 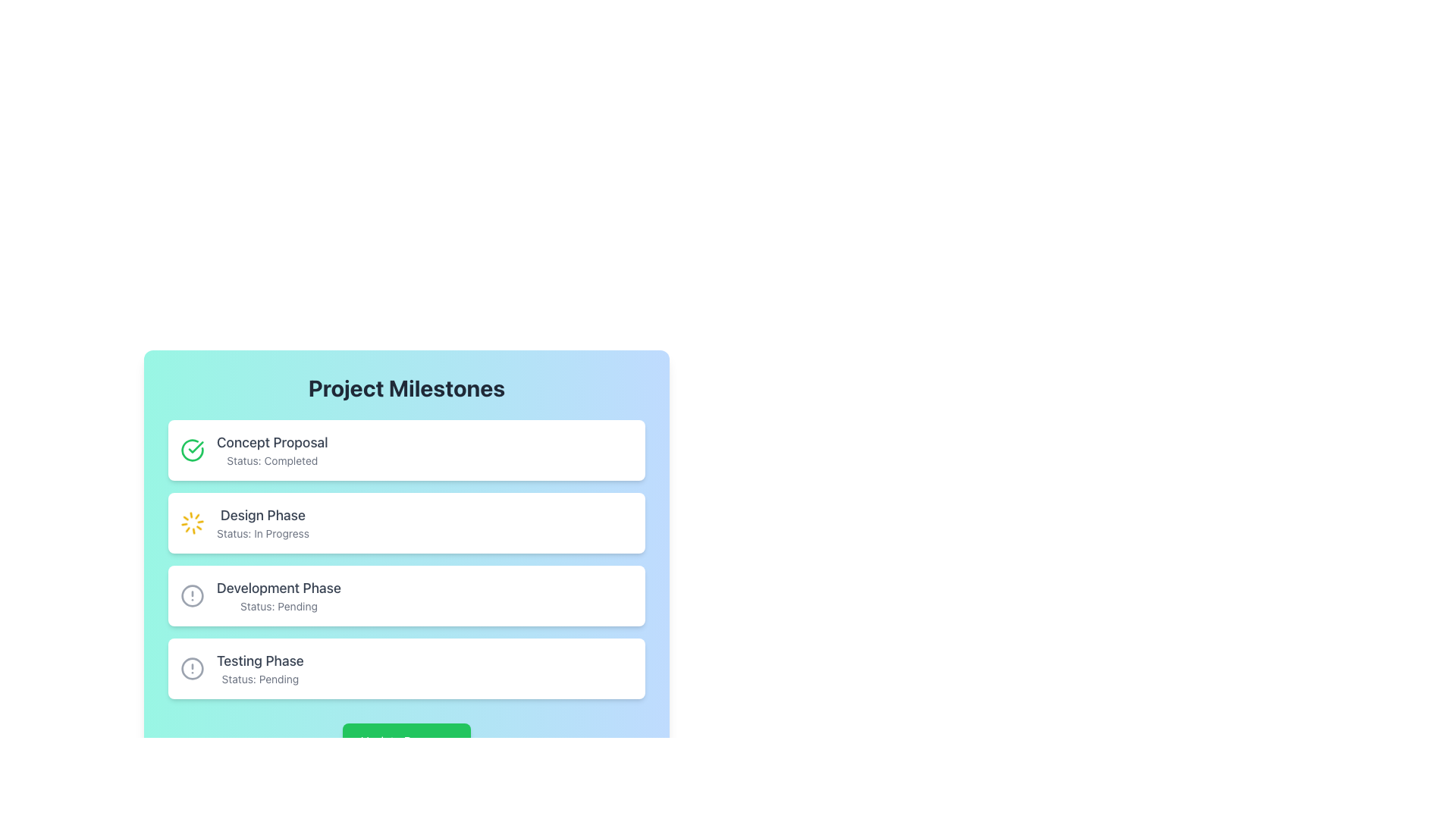 What do you see at coordinates (406, 741) in the screenshot?
I see `the button located at the bottom of the 'Project Milestones' section` at bounding box center [406, 741].